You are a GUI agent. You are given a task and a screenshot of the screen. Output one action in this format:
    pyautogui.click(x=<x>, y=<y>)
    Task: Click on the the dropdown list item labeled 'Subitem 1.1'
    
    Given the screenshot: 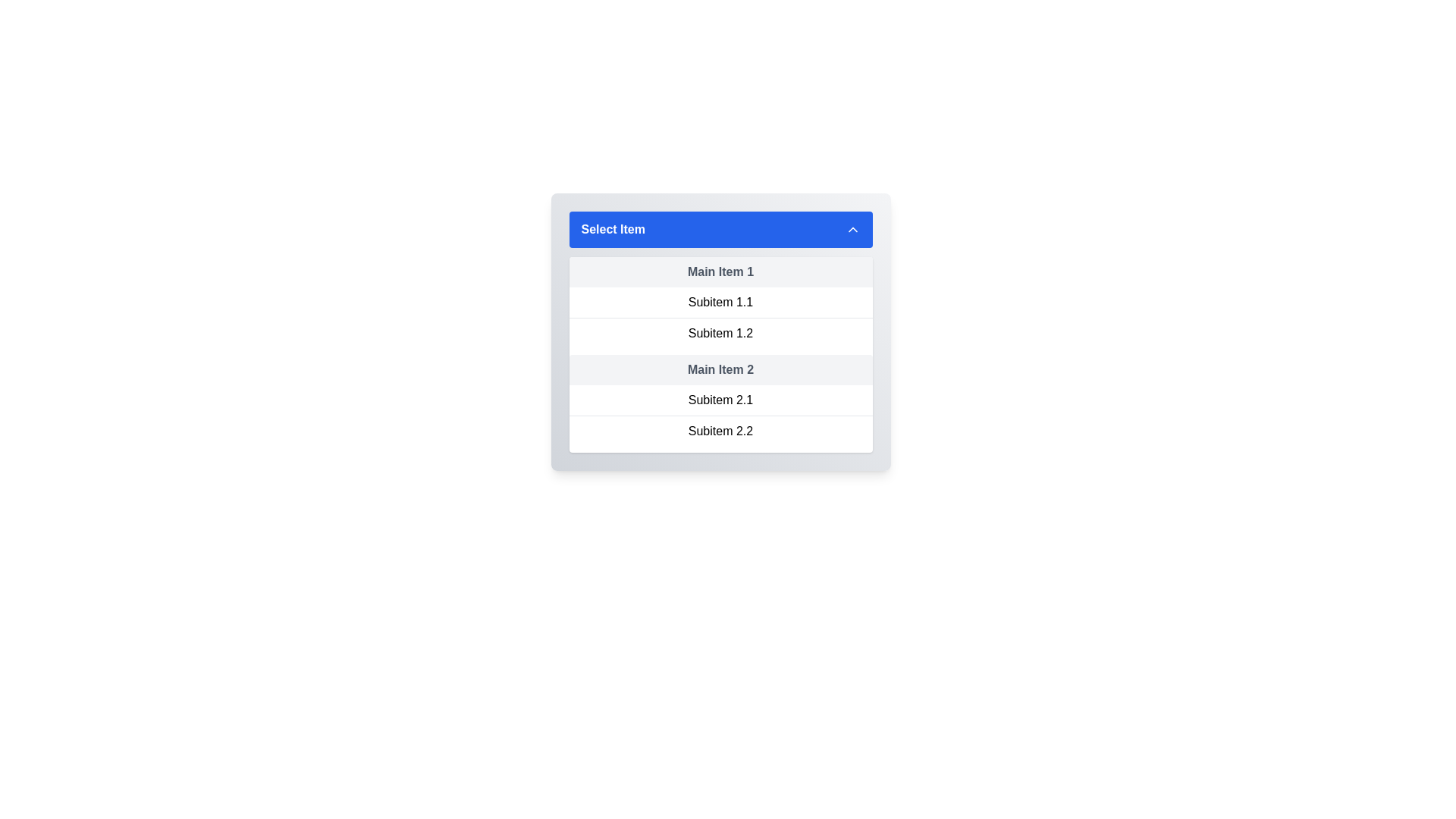 What is the action you would take?
    pyautogui.click(x=720, y=302)
    